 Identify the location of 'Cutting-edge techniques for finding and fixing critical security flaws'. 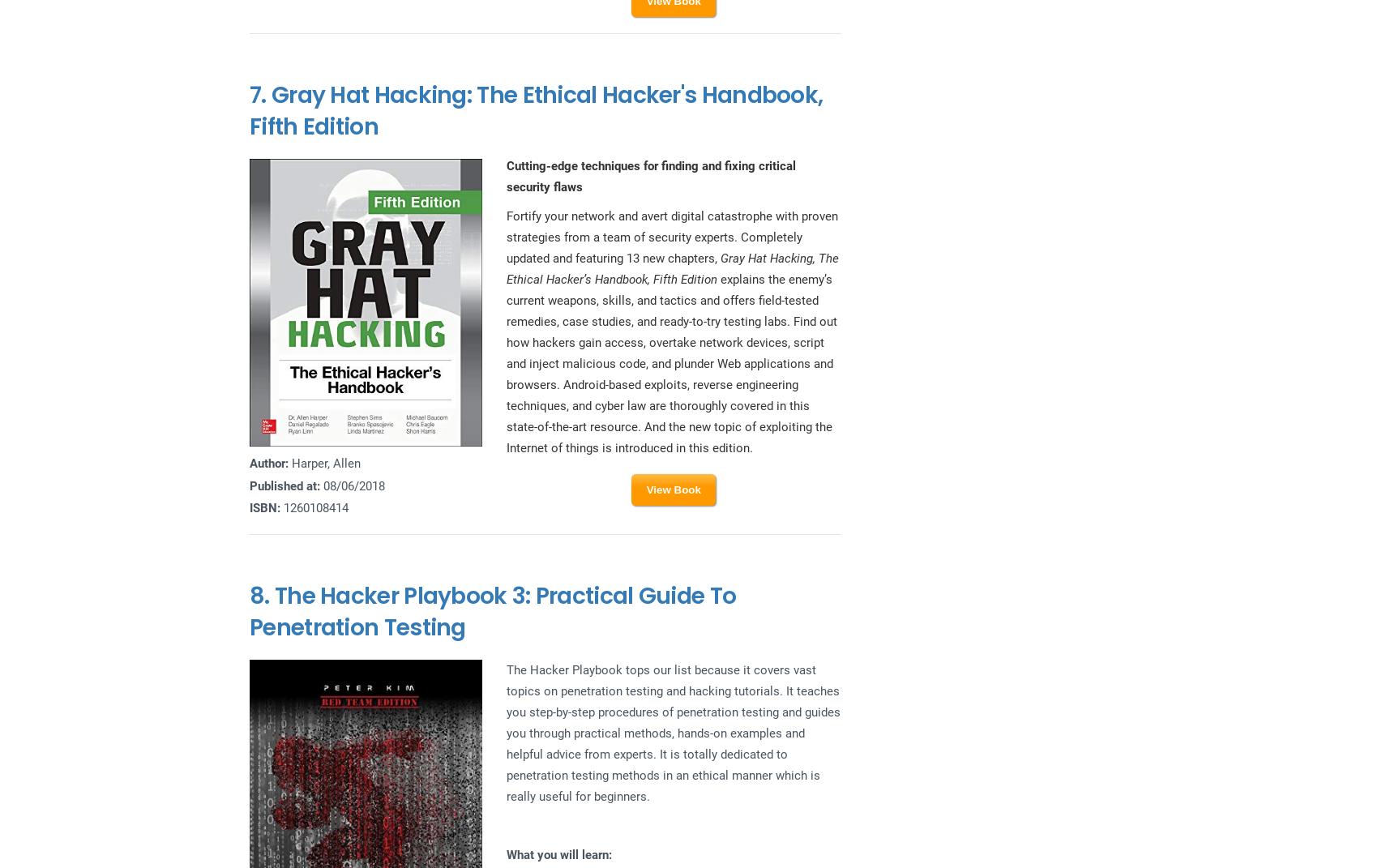
(649, 175).